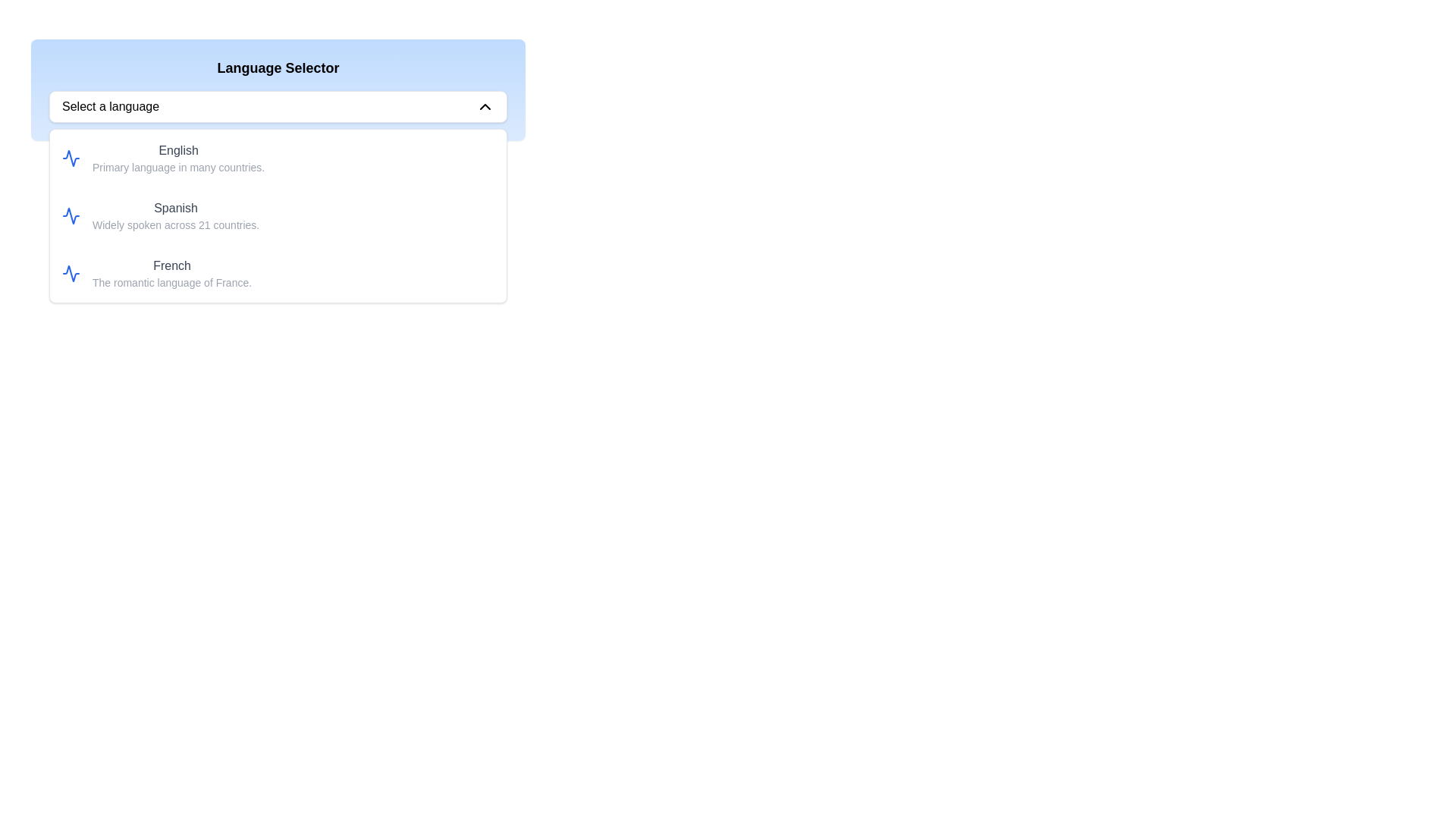  What do you see at coordinates (172, 274) in the screenshot?
I see `the list item labeled 'French'` at bounding box center [172, 274].